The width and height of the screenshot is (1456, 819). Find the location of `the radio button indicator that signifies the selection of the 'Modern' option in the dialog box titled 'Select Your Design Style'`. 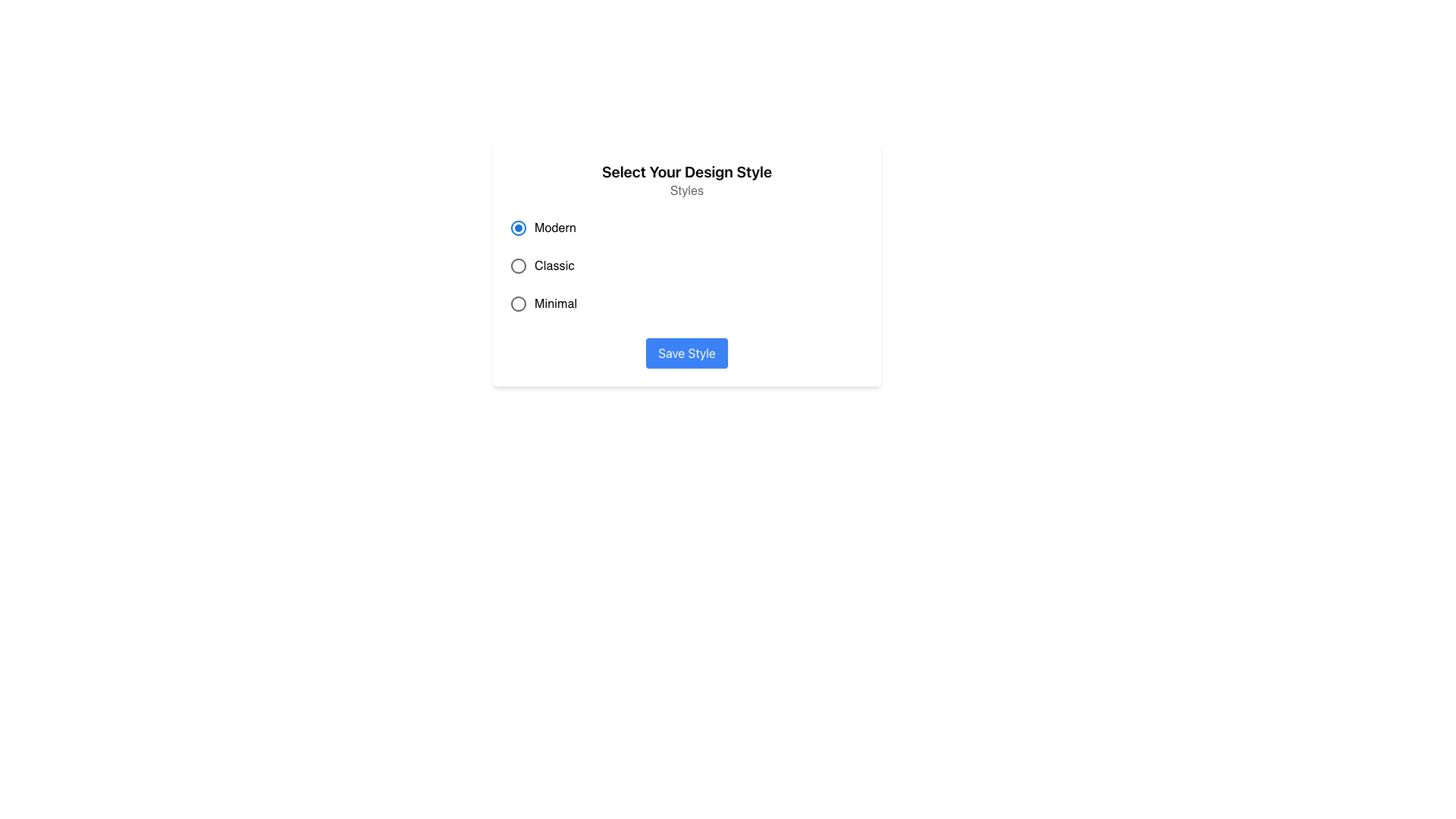

the radio button indicator that signifies the selection of the 'Modern' option in the dialog box titled 'Select Your Design Style' is located at coordinates (519, 227).